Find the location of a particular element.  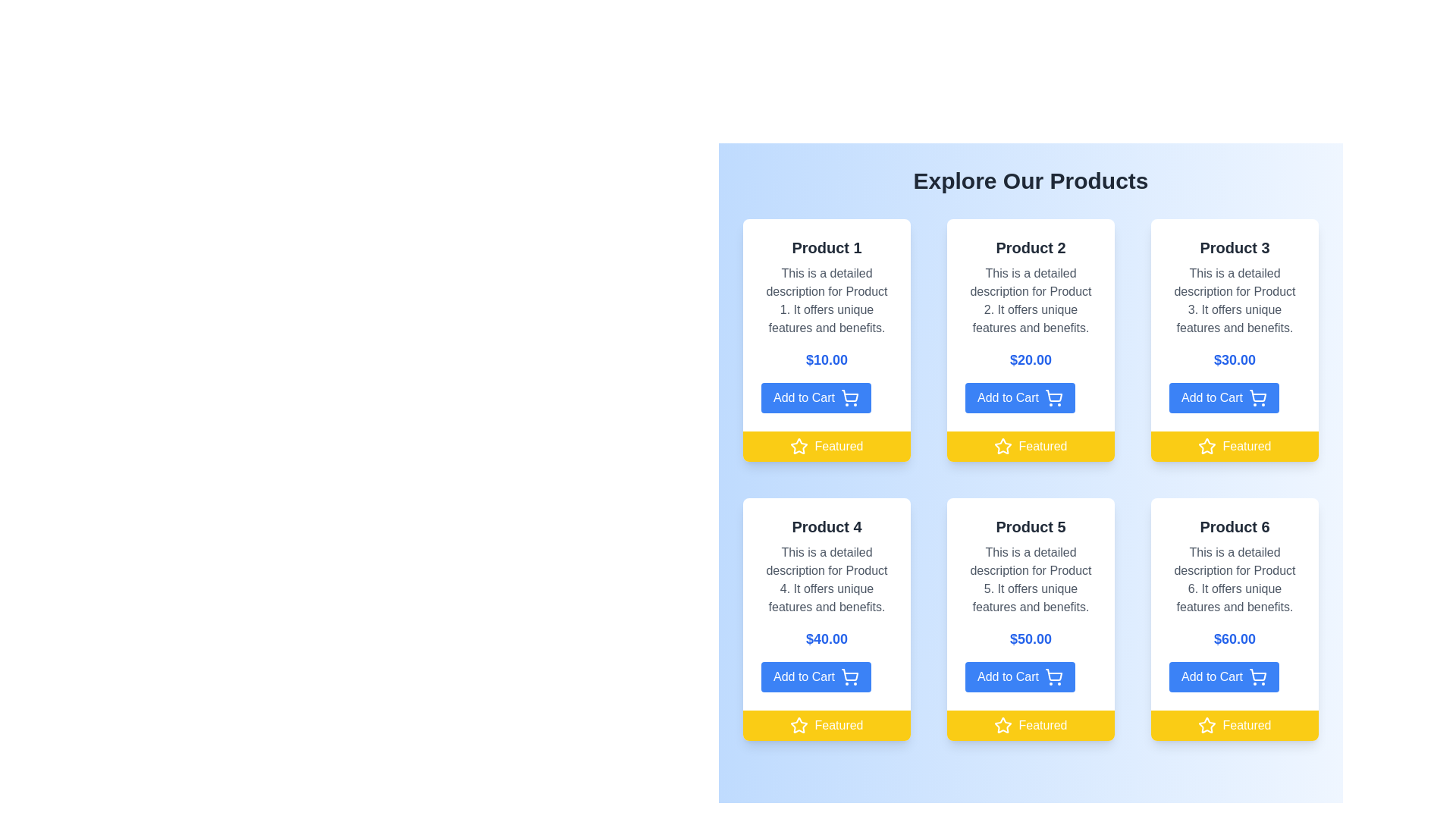

the 'Add to Cart' button, which is a rectangular button with a blue background and white text, located at the bottom of the 'Product 3' card is located at coordinates (1224, 397).